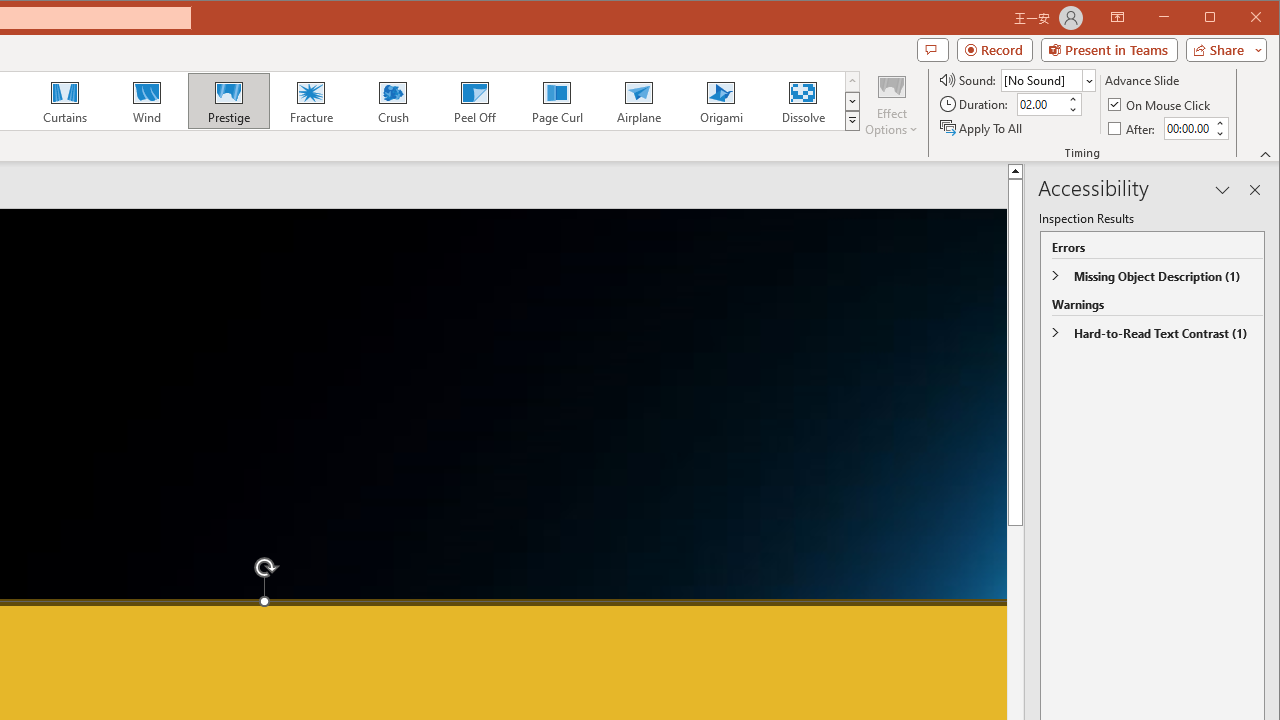 The width and height of the screenshot is (1280, 720). Describe the element at coordinates (229, 100) in the screenshot. I see `'Prestige'` at that location.